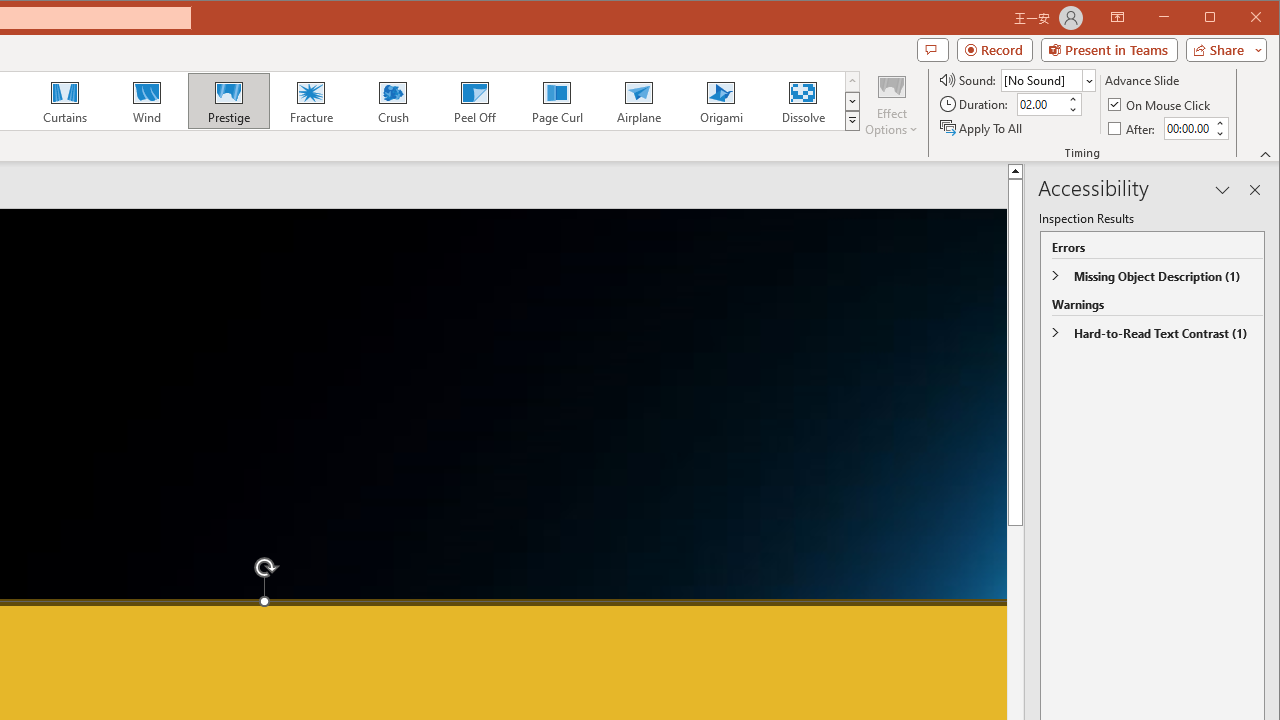 The width and height of the screenshot is (1280, 720). Describe the element at coordinates (229, 100) in the screenshot. I see `'Prestige'` at that location.